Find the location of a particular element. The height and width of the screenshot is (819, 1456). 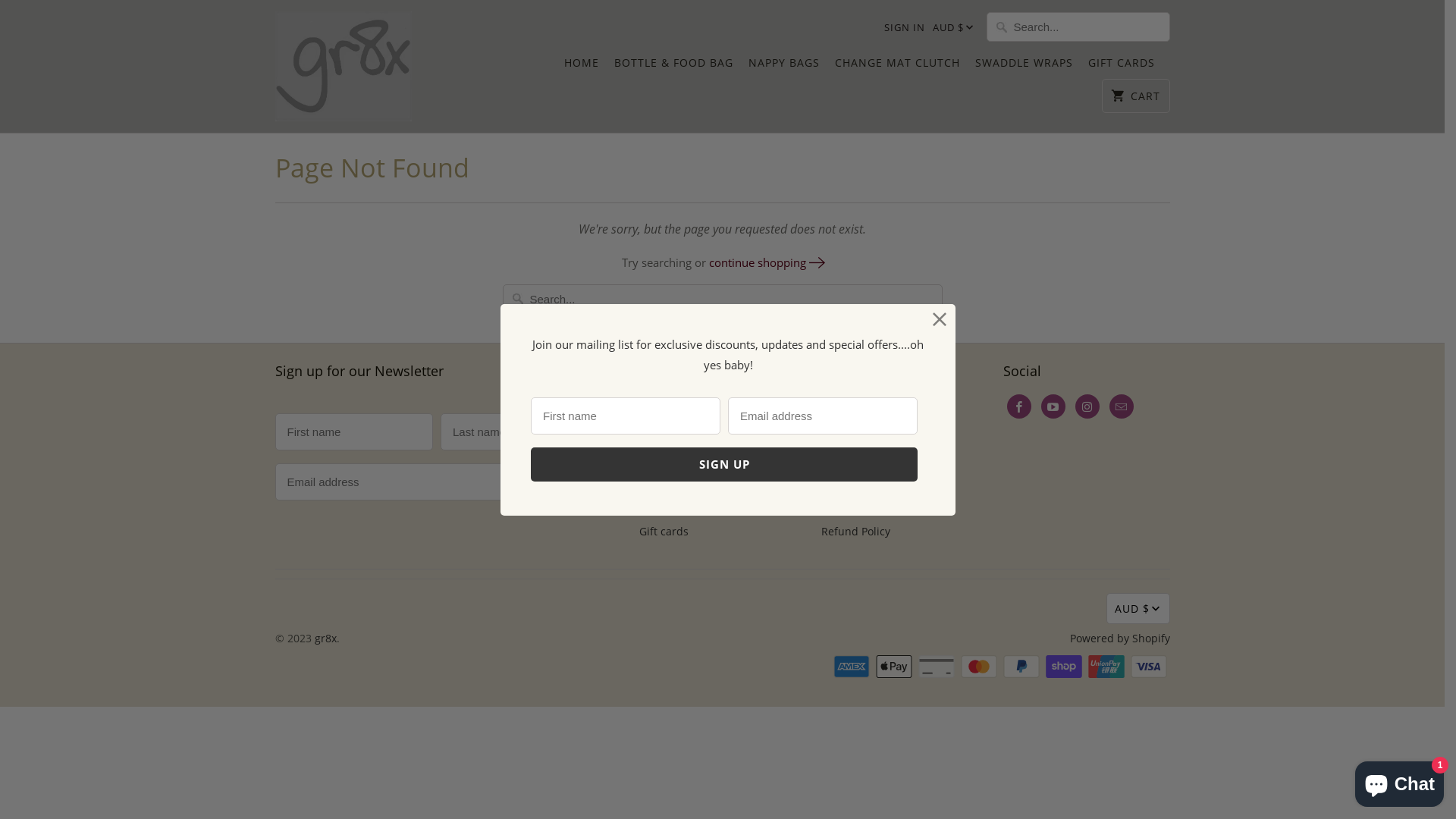

'Powered by Shopify' is located at coordinates (1119, 638).